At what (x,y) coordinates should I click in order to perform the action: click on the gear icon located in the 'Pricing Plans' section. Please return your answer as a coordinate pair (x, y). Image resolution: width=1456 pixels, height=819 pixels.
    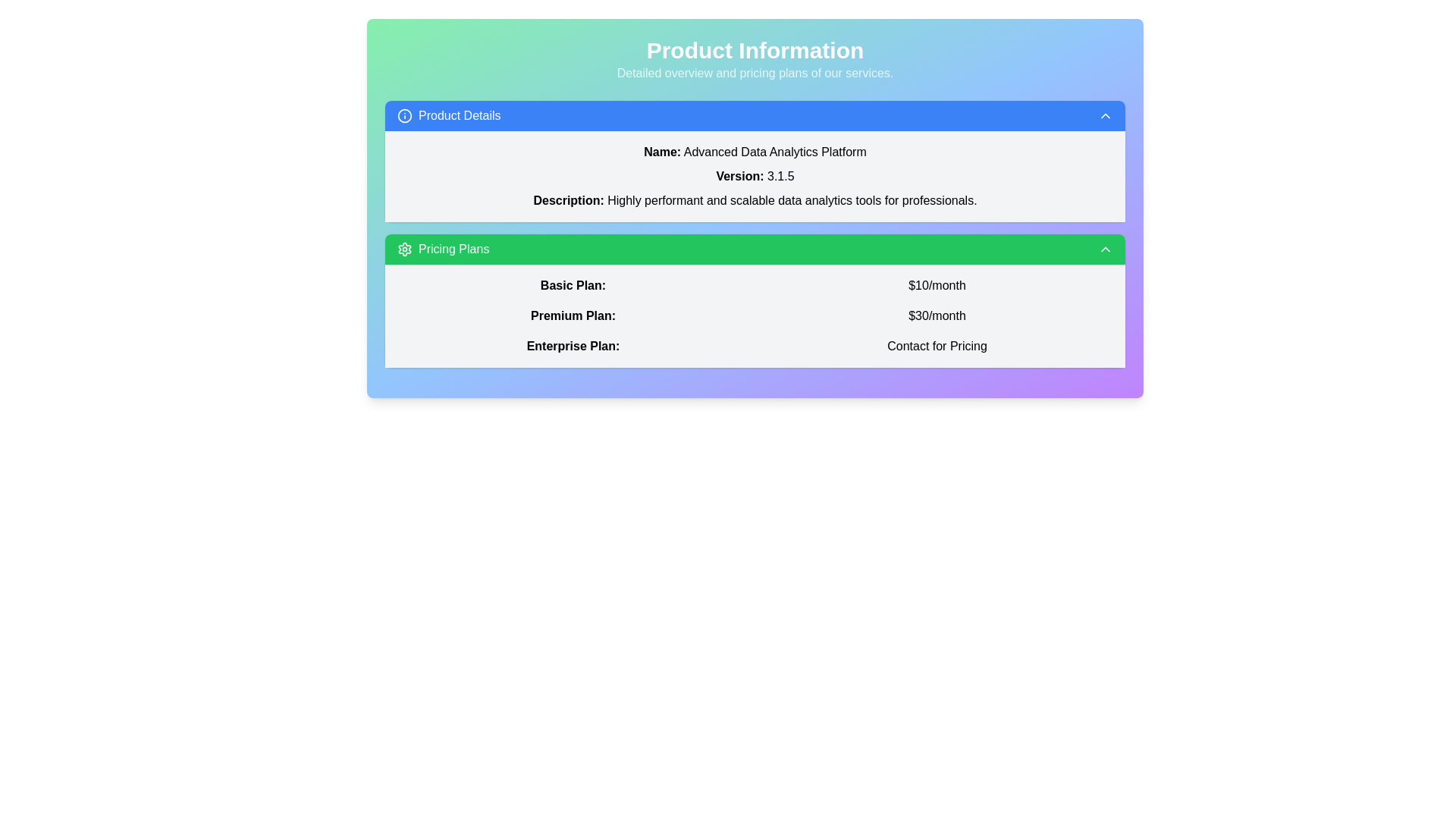
    Looking at the image, I should click on (404, 248).